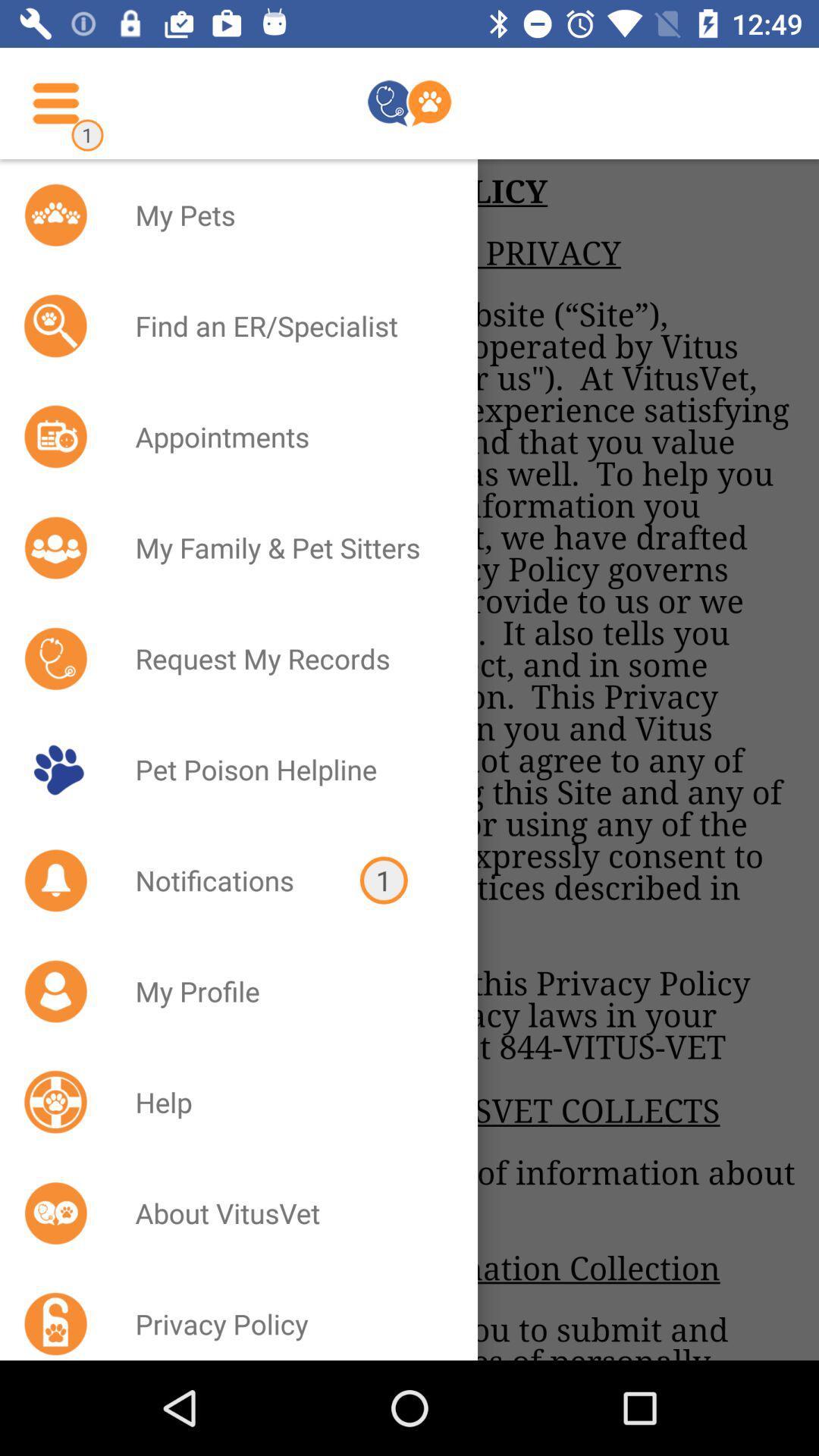  What do you see at coordinates (227, 880) in the screenshot?
I see `icon to the left of the 1 icon` at bounding box center [227, 880].